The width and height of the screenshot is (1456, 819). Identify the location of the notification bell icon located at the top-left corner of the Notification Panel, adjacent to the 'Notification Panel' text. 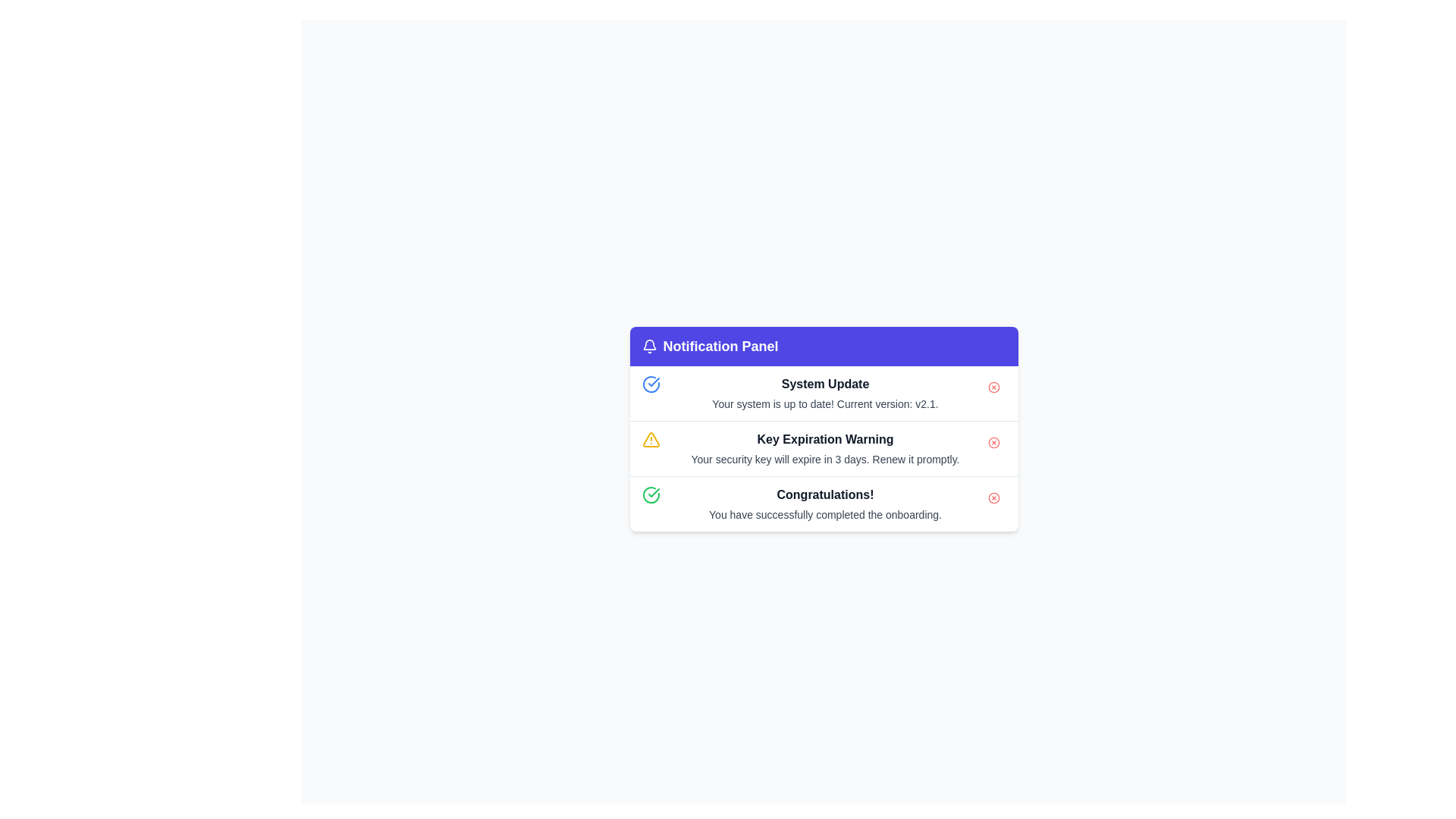
(649, 344).